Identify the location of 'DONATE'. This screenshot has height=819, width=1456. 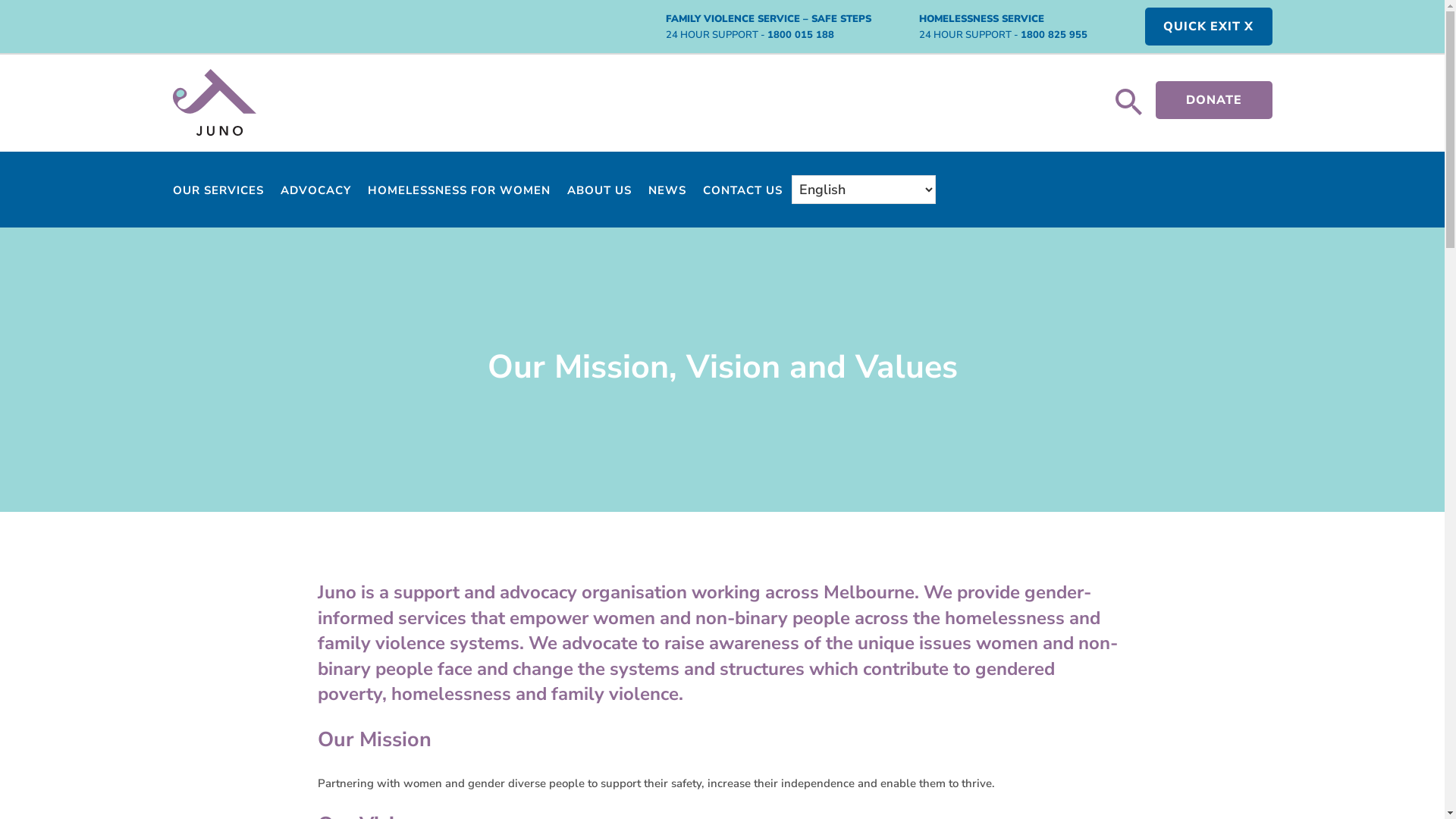
(1214, 99).